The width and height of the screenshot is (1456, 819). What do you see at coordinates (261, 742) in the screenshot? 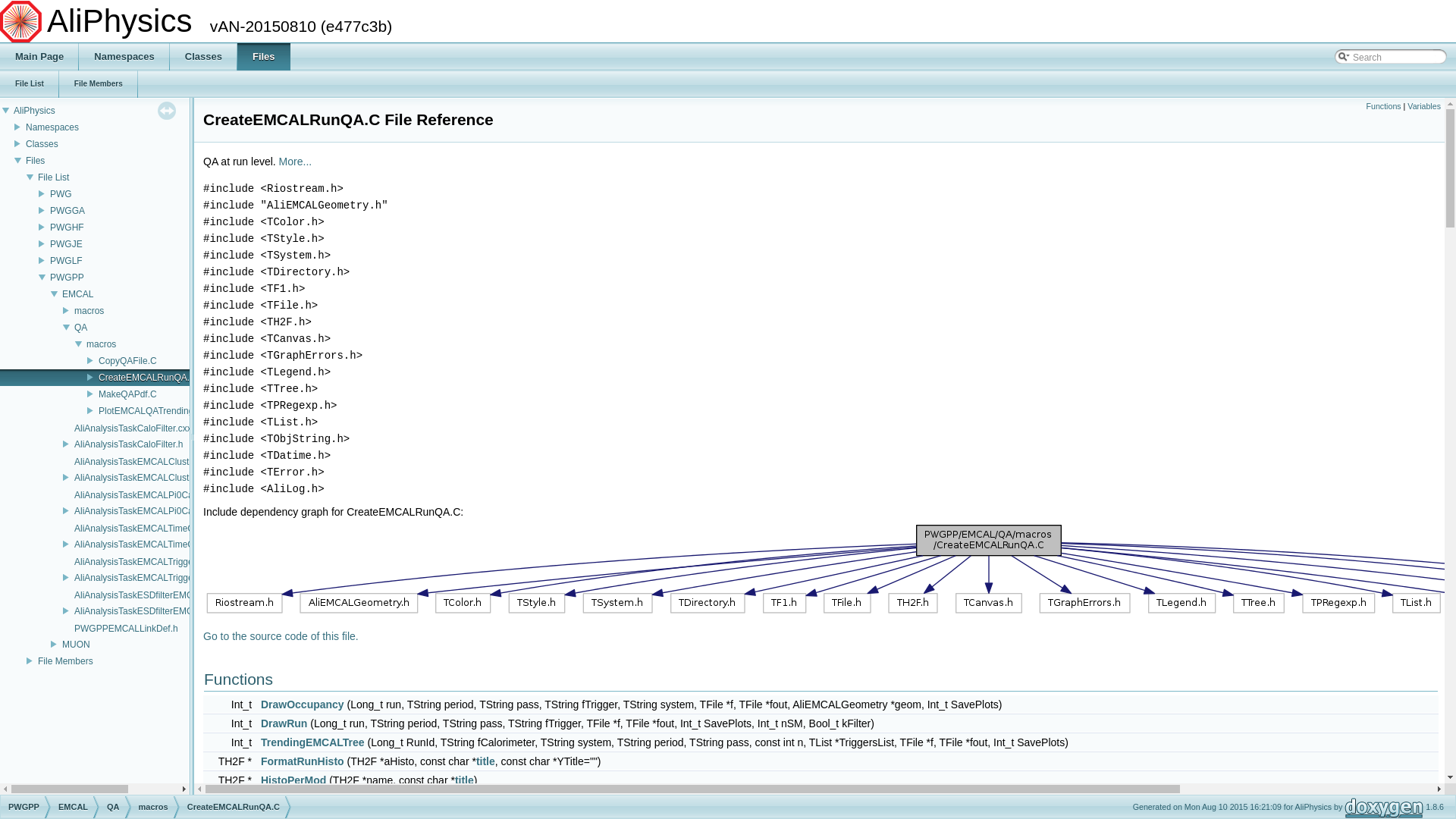
I see `'TrendingEMCALTree'` at bounding box center [261, 742].